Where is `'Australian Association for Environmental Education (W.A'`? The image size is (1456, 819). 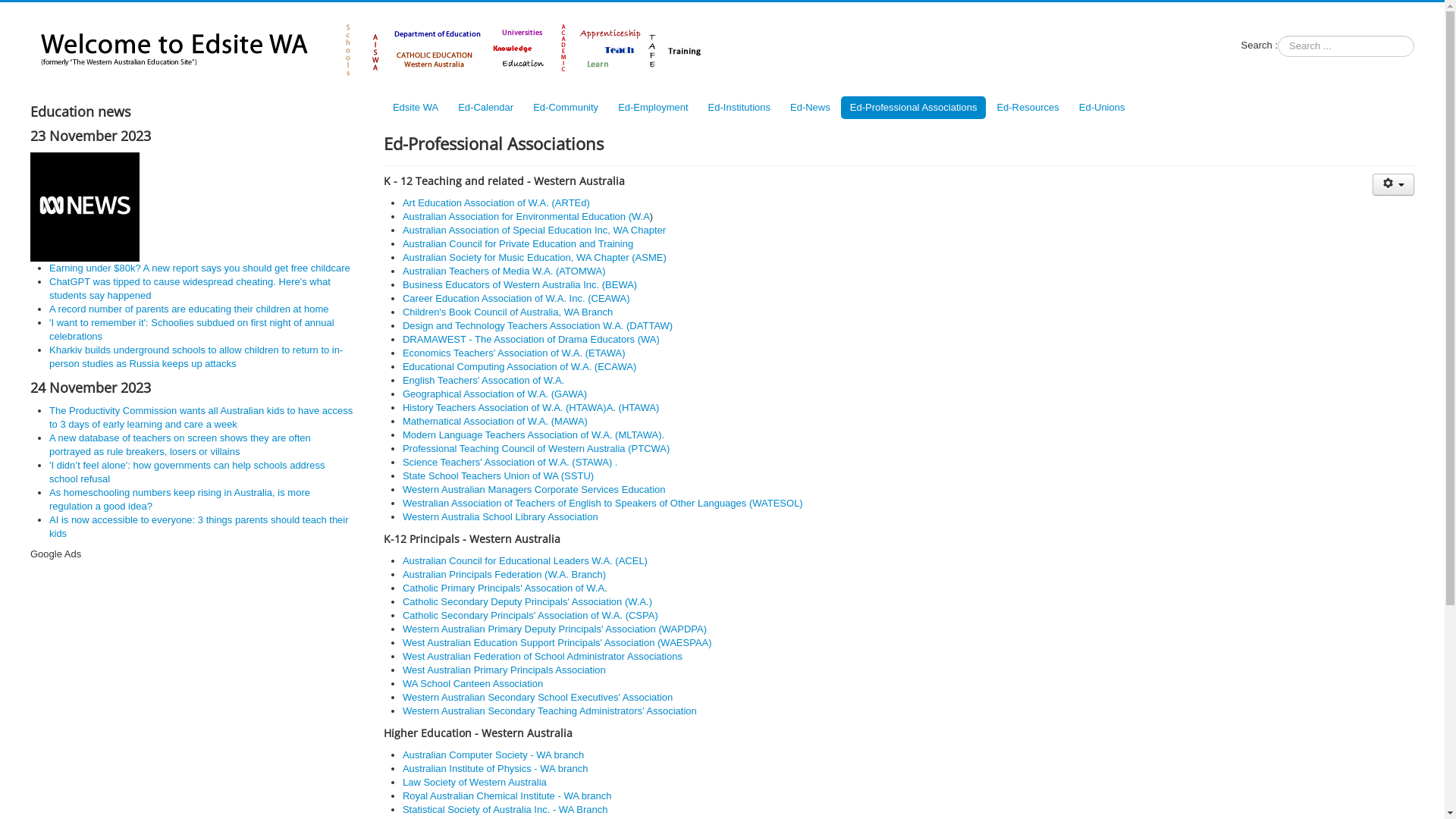 'Australian Association for Environmental Education (W.A' is located at coordinates (526, 216).